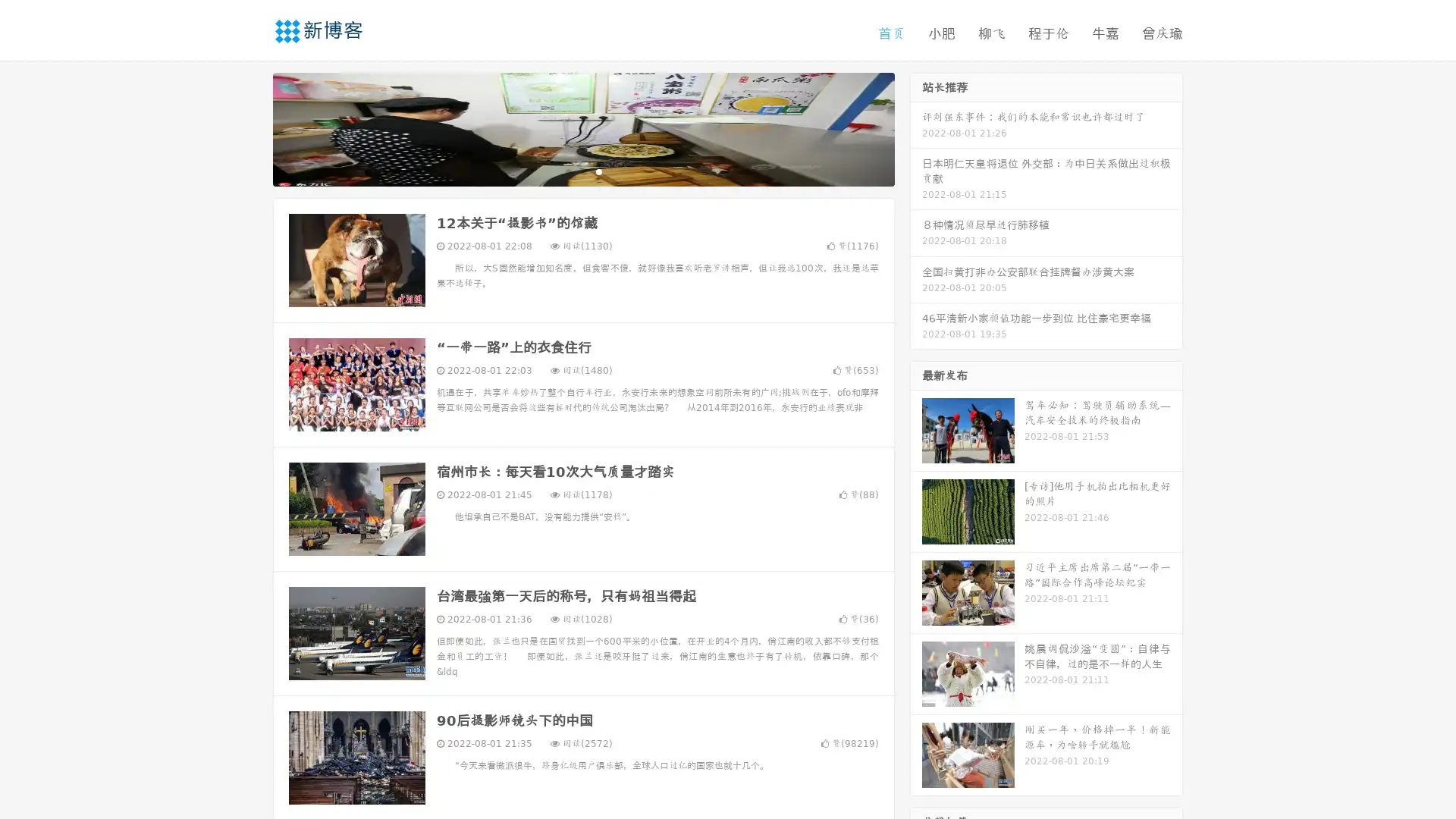 This screenshot has height=819, width=1456. Describe the element at coordinates (916, 127) in the screenshot. I see `Next slide` at that location.